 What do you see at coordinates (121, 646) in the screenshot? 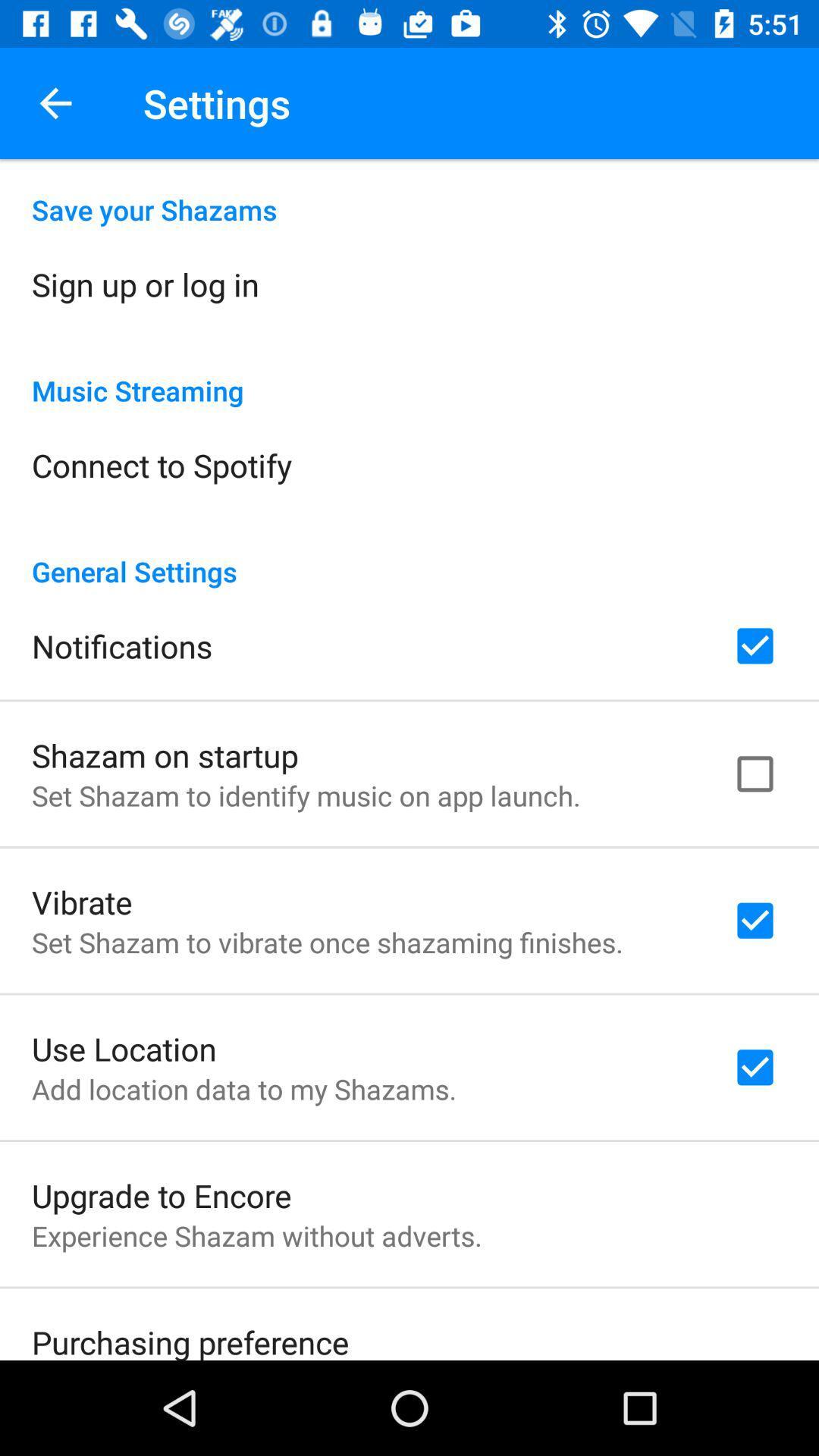
I see `the icon above shazam on startup icon` at bounding box center [121, 646].